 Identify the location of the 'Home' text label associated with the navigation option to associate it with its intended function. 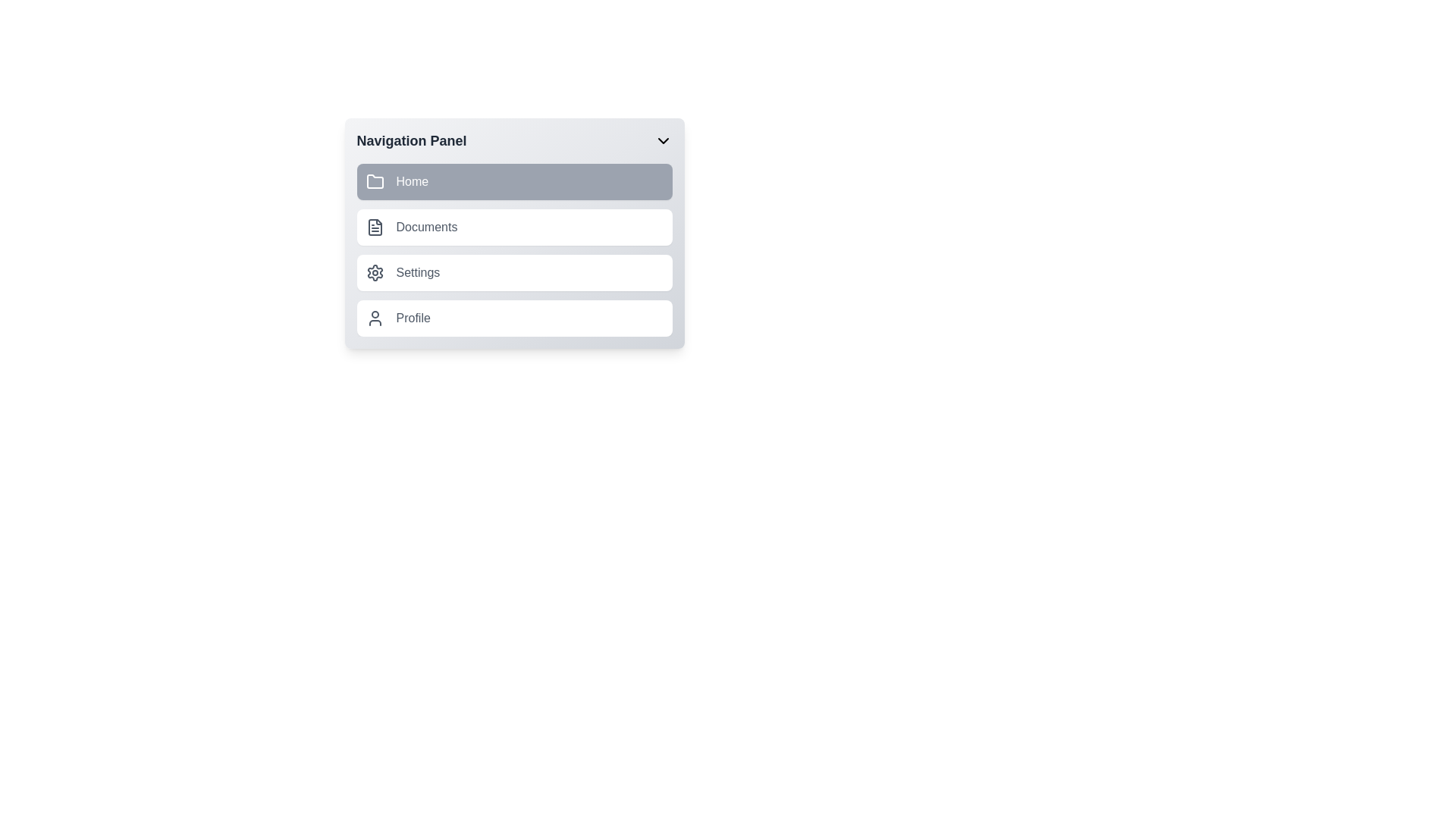
(412, 180).